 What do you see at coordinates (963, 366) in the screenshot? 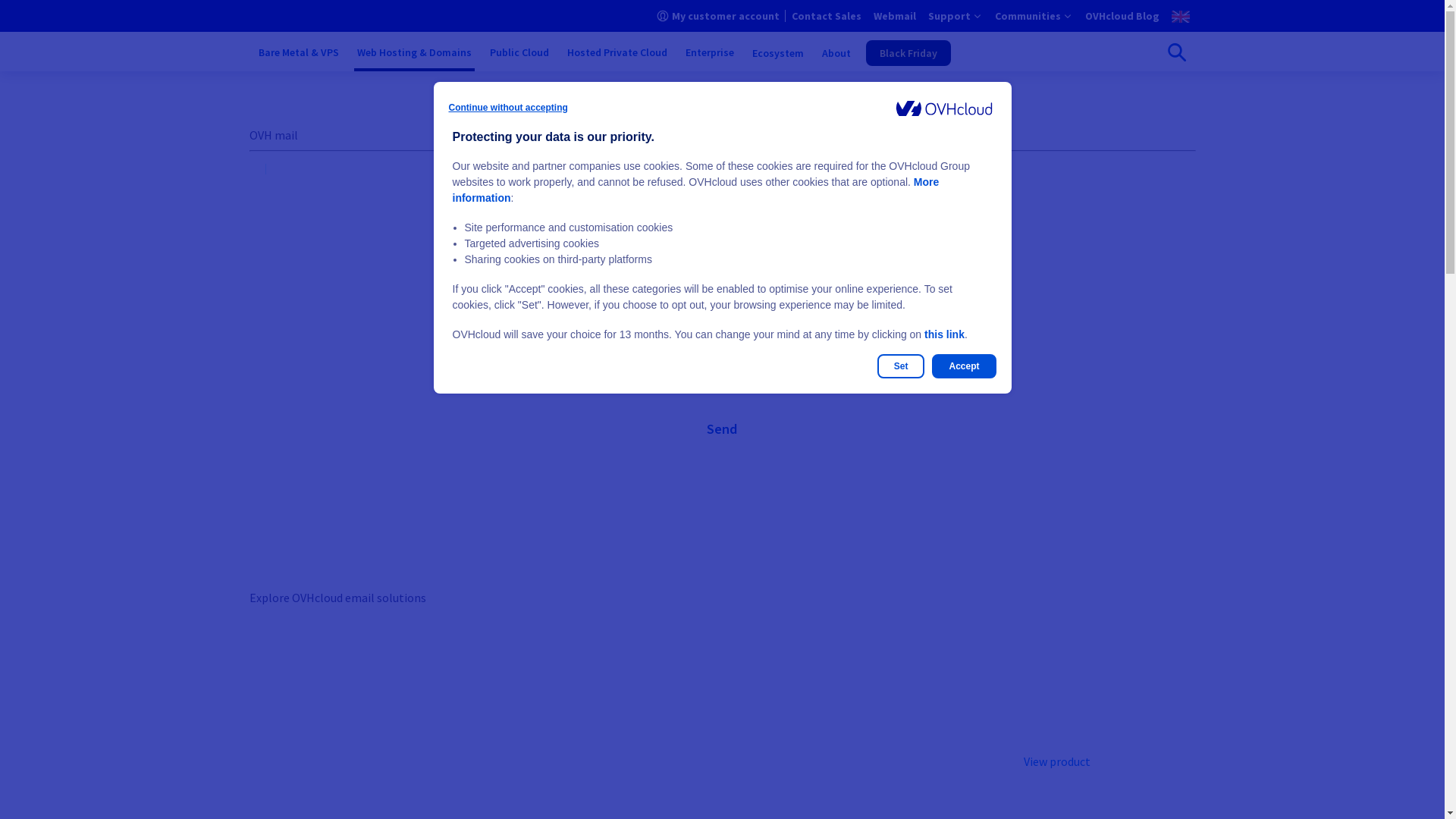
I see `'Accept'` at bounding box center [963, 366].